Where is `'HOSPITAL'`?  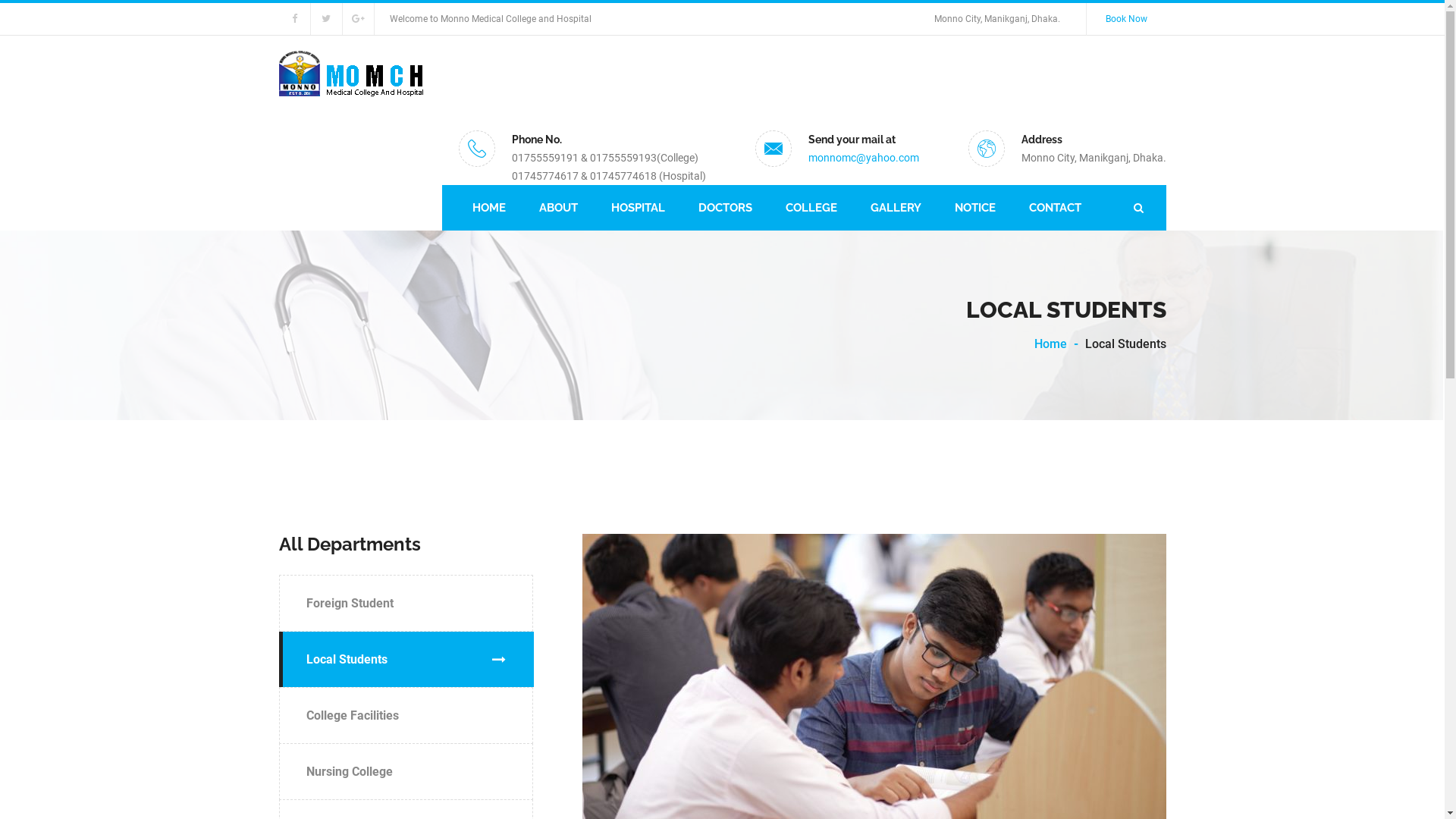
'HOSPITAL' is located at coordinates (638, 207).